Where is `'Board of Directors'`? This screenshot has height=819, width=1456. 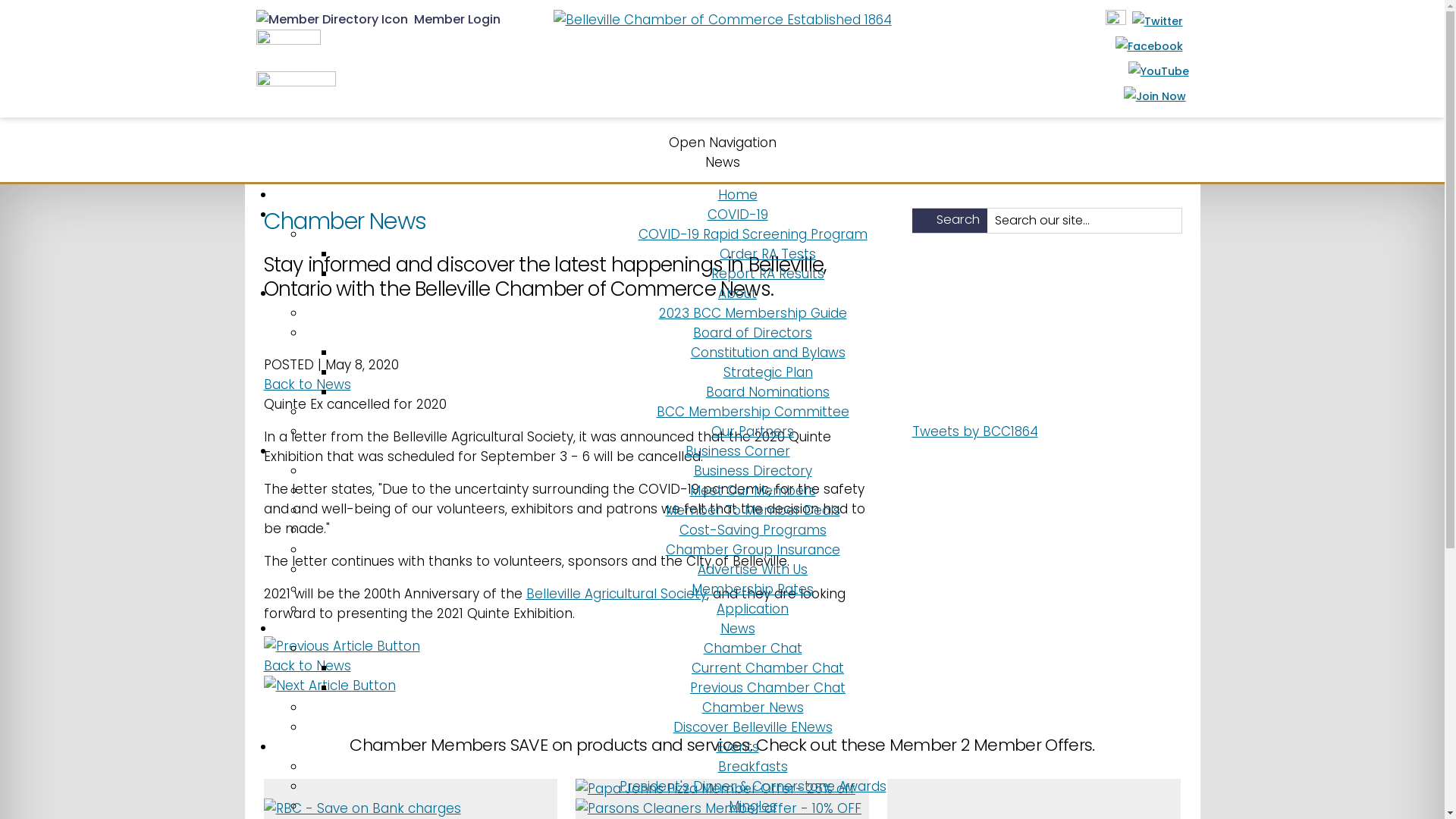
'Board of Directors' is located at coordinates (752, 332).